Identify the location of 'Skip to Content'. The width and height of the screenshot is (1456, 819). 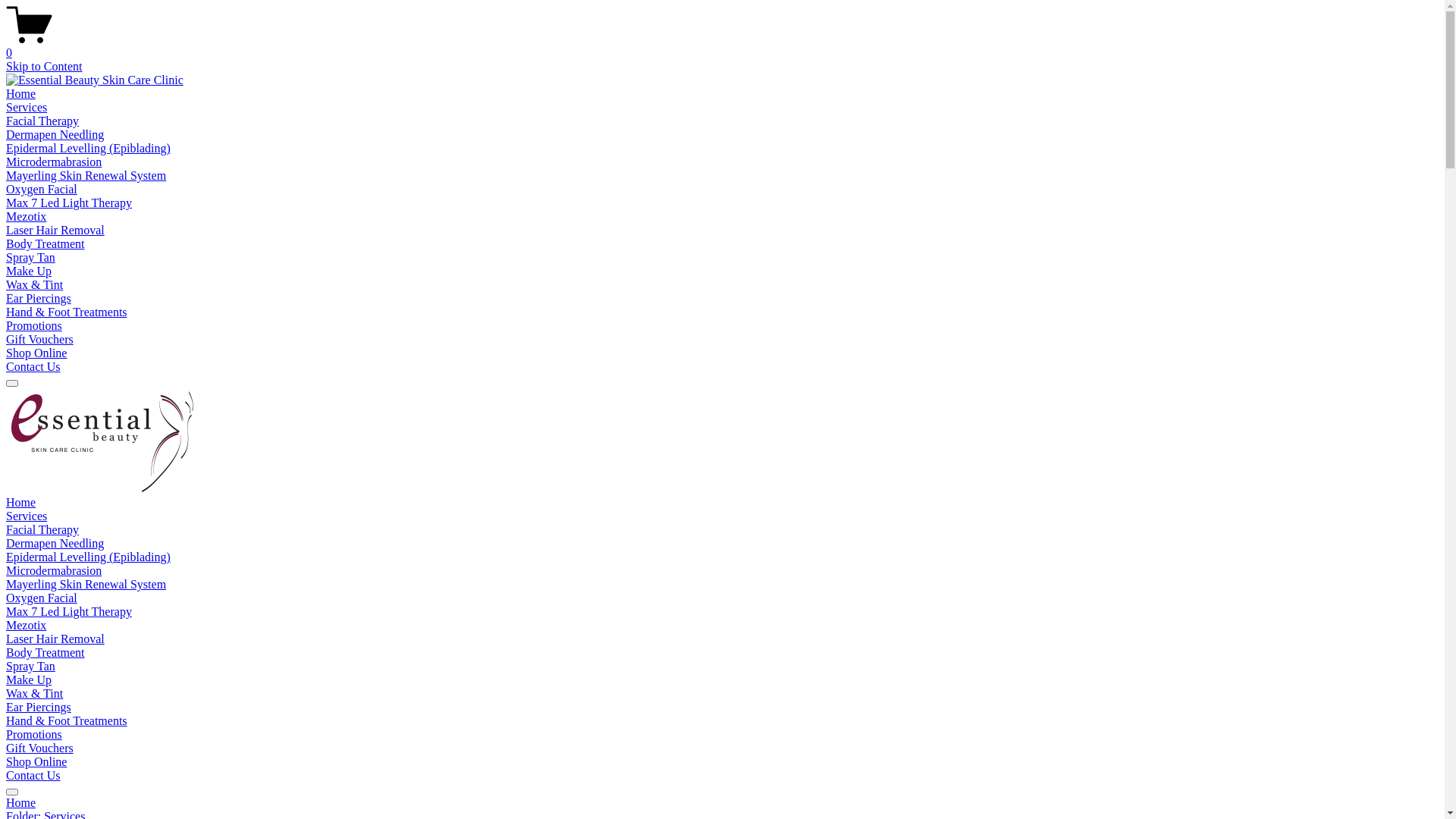
(43, 65).